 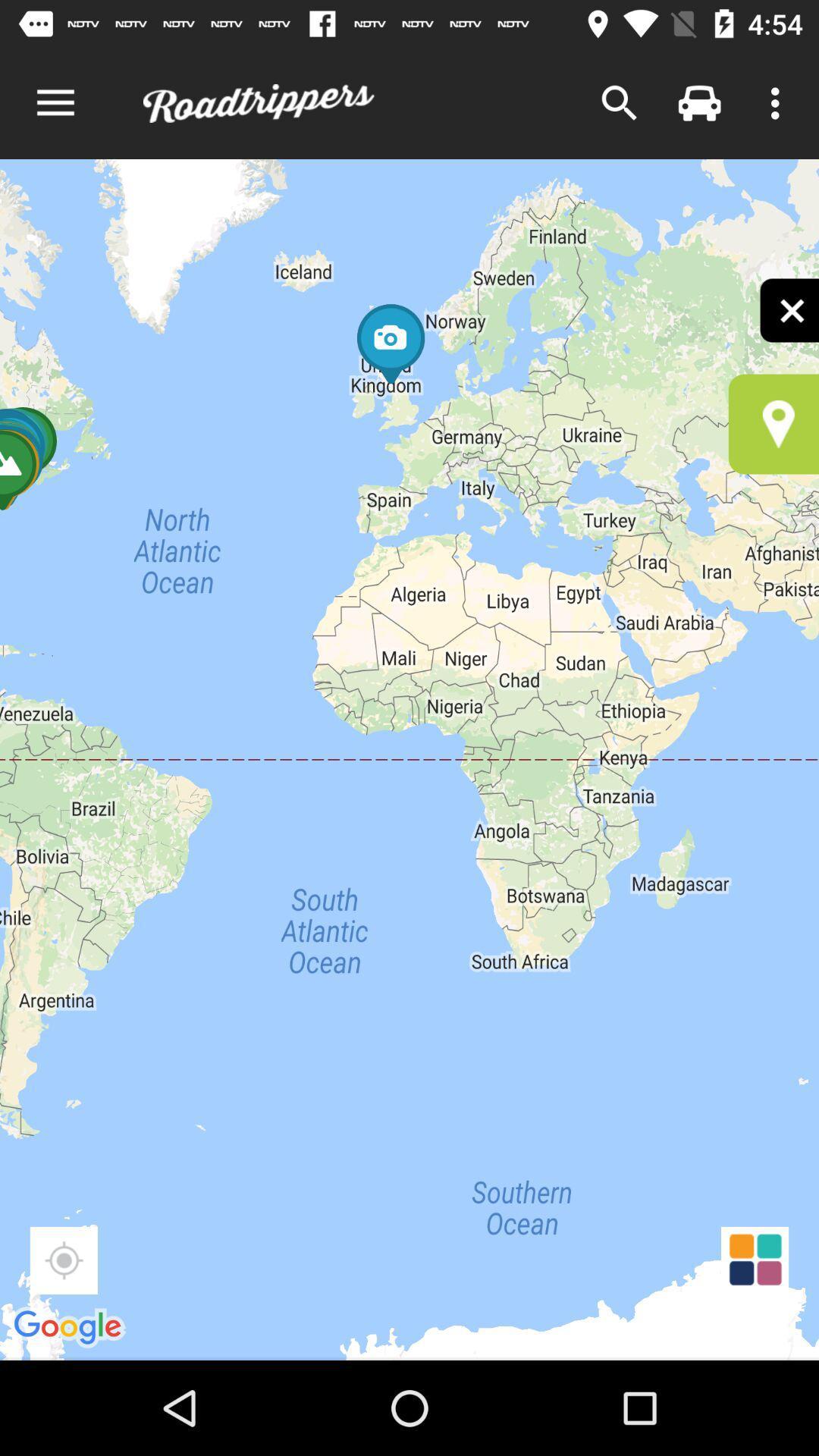 What do you see at coordinates (409, 760) in the screenshot?
I see `the item at the center` at bounding box center [409, 760].